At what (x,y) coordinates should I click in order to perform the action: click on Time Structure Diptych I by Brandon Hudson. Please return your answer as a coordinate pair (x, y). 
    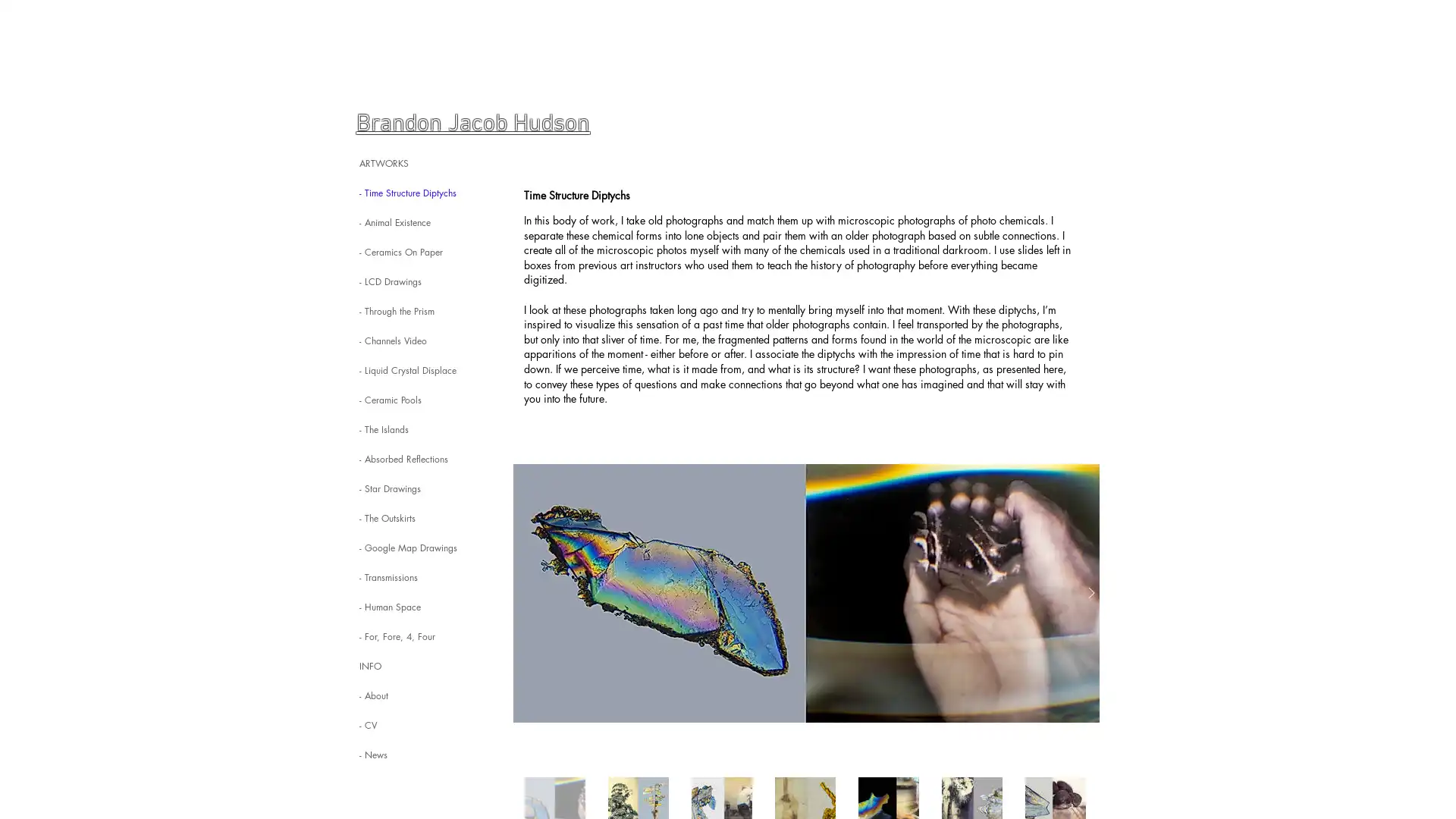
    Looking at the image, I should click on (805, 591).